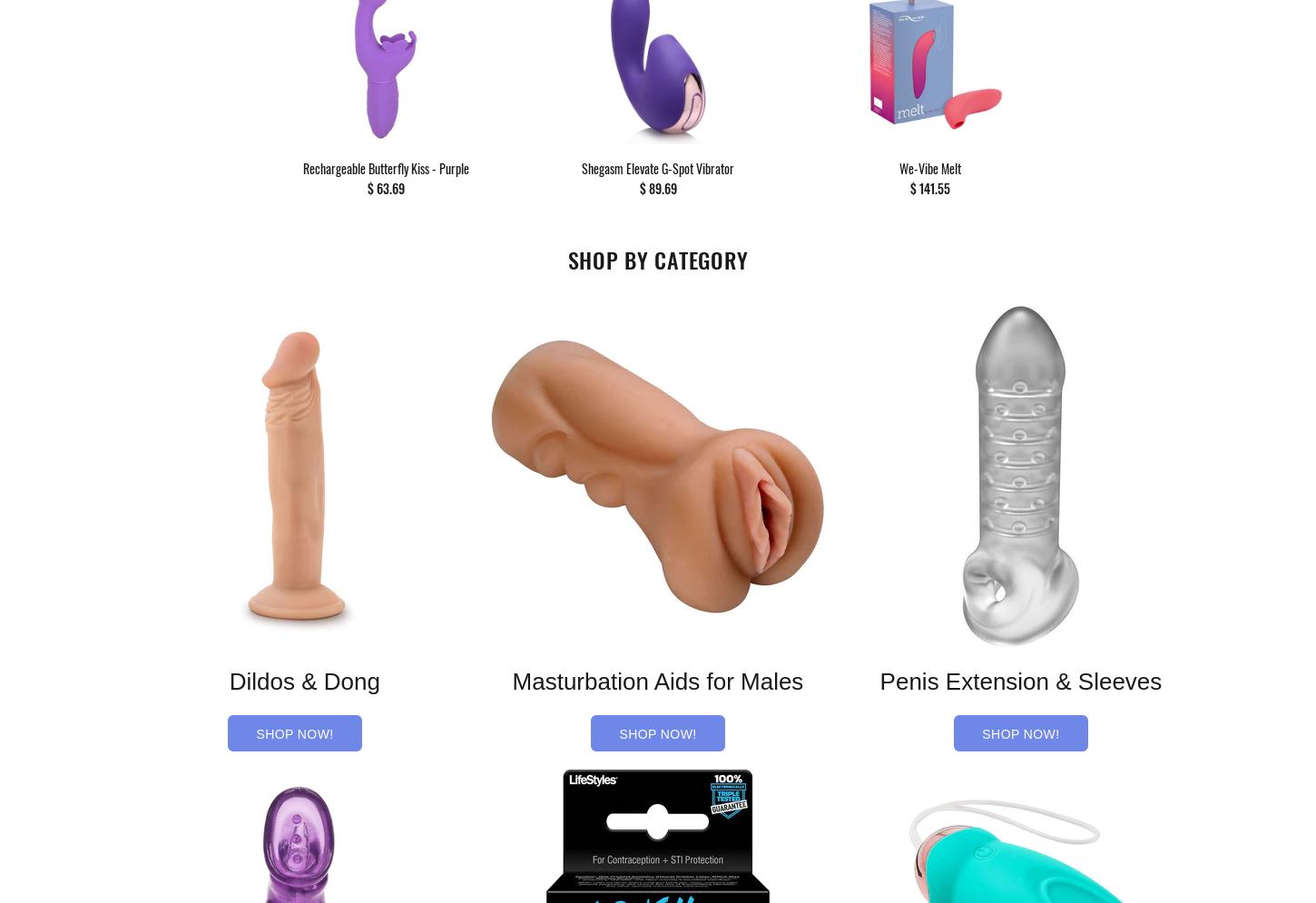 The width and height of the screenshot is (1316, 903). I want to click on '$ 141.55', so click(909, 187).